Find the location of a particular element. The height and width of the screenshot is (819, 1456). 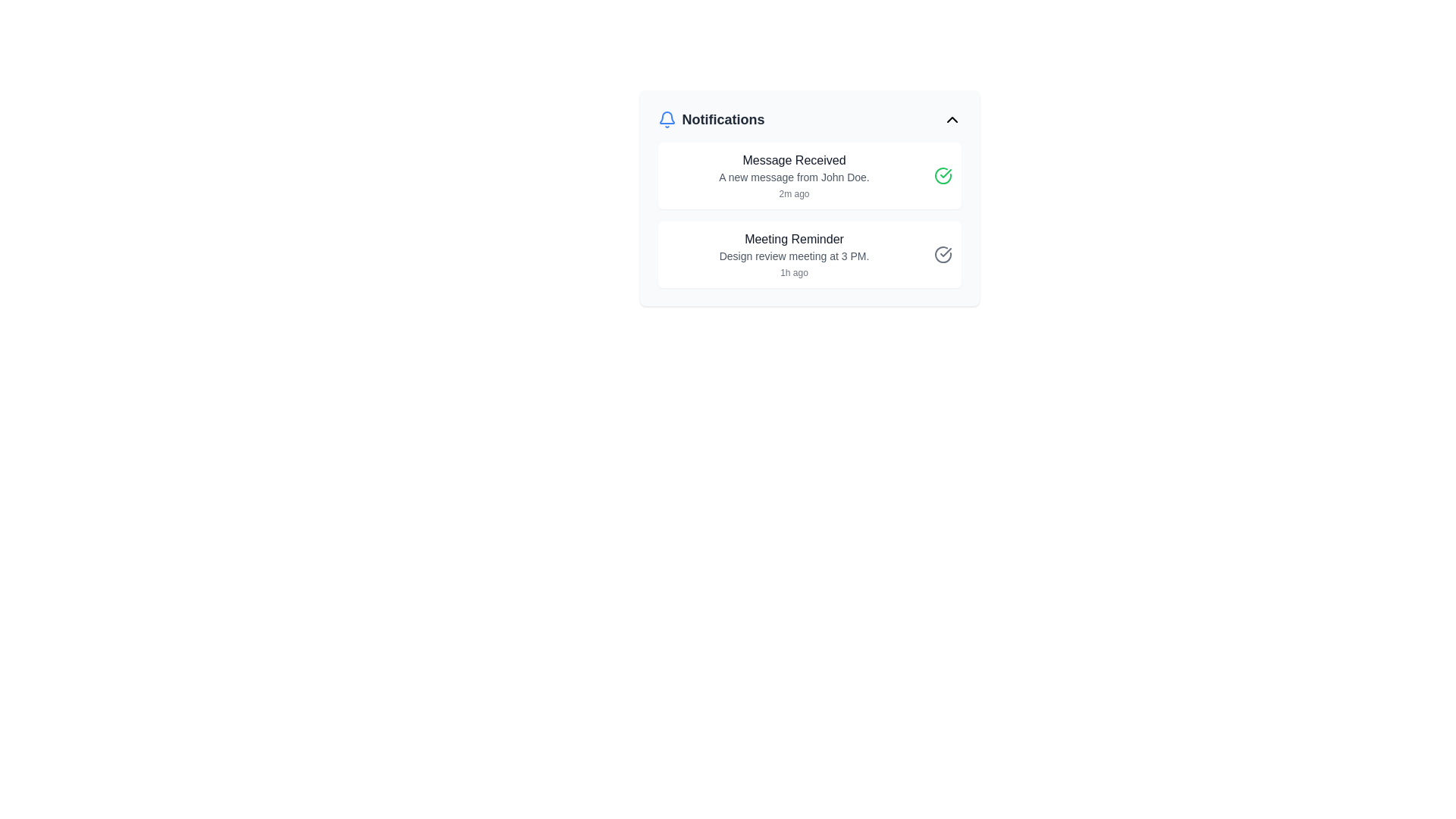

the checkmark icon within the top-right notification entry that indicates a successful status for the 'Message Received' notification is located at coordinates (942, 253).